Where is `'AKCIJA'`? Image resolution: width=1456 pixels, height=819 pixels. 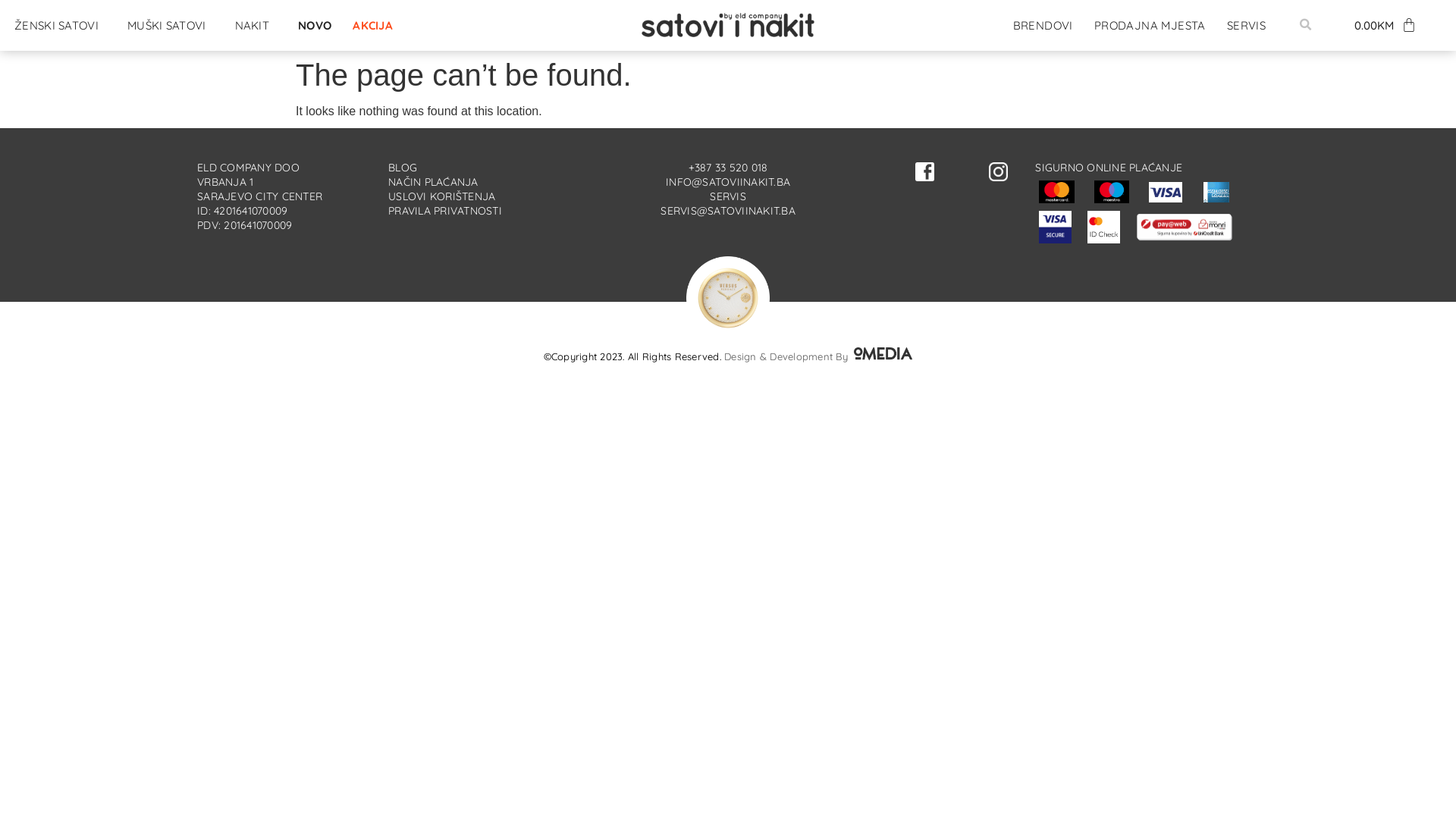
'AKCIJA' is located at coordinates (372, 25).